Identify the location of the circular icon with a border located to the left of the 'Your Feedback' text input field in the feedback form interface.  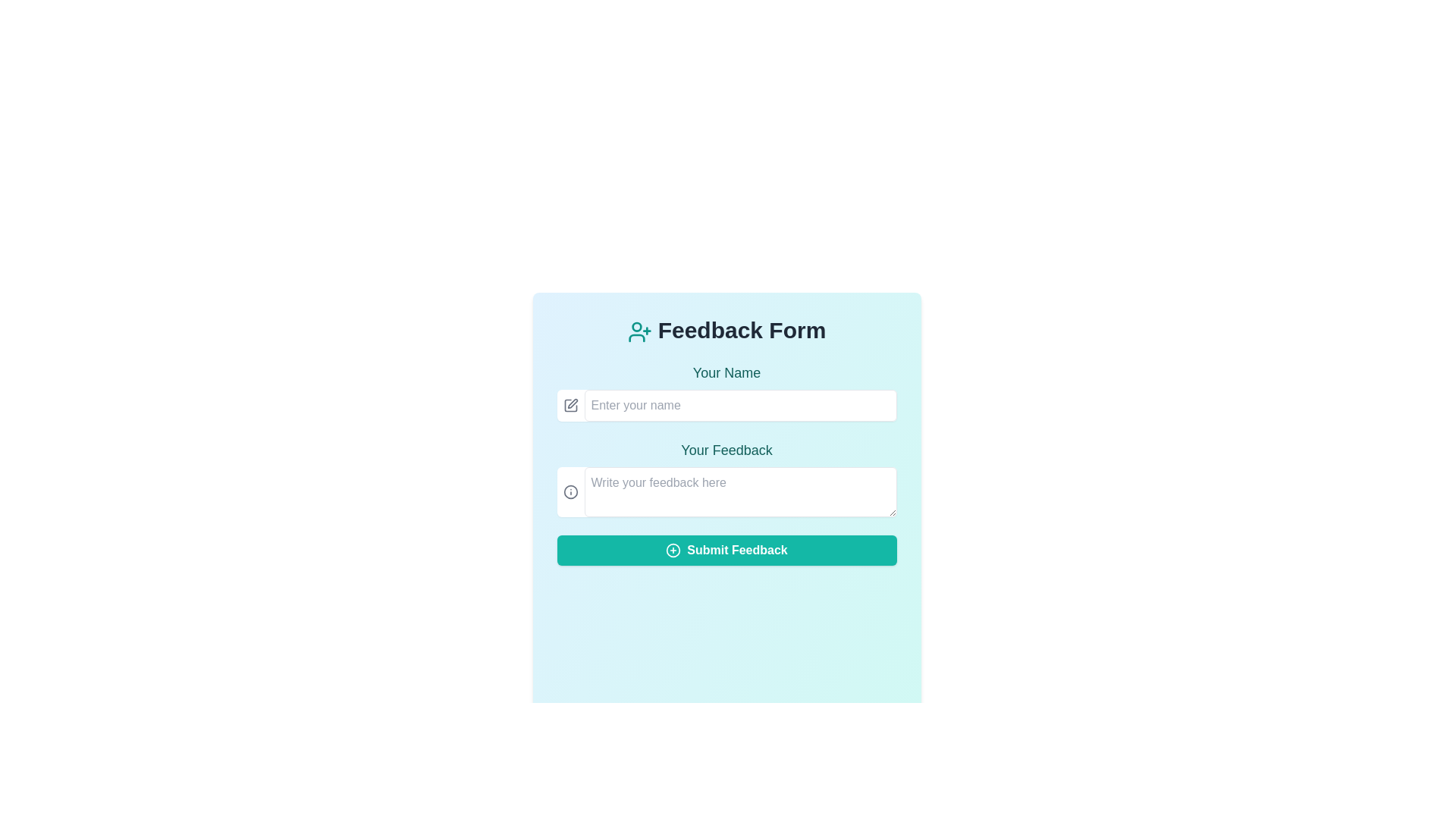
(570, 492).